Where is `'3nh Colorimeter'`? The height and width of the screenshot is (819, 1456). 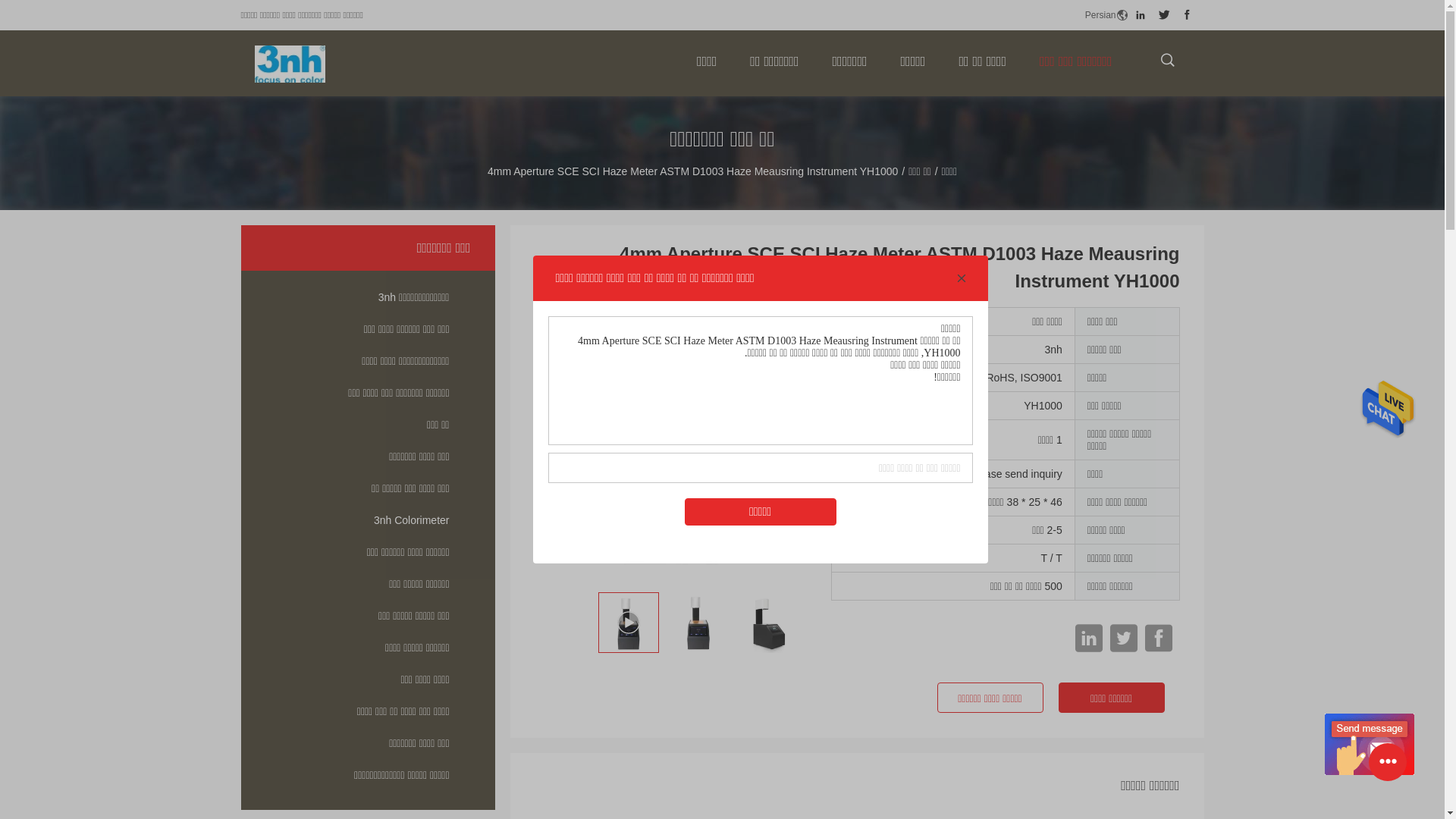 '3nh Colorimeter' is located at coordinates (368, 519).